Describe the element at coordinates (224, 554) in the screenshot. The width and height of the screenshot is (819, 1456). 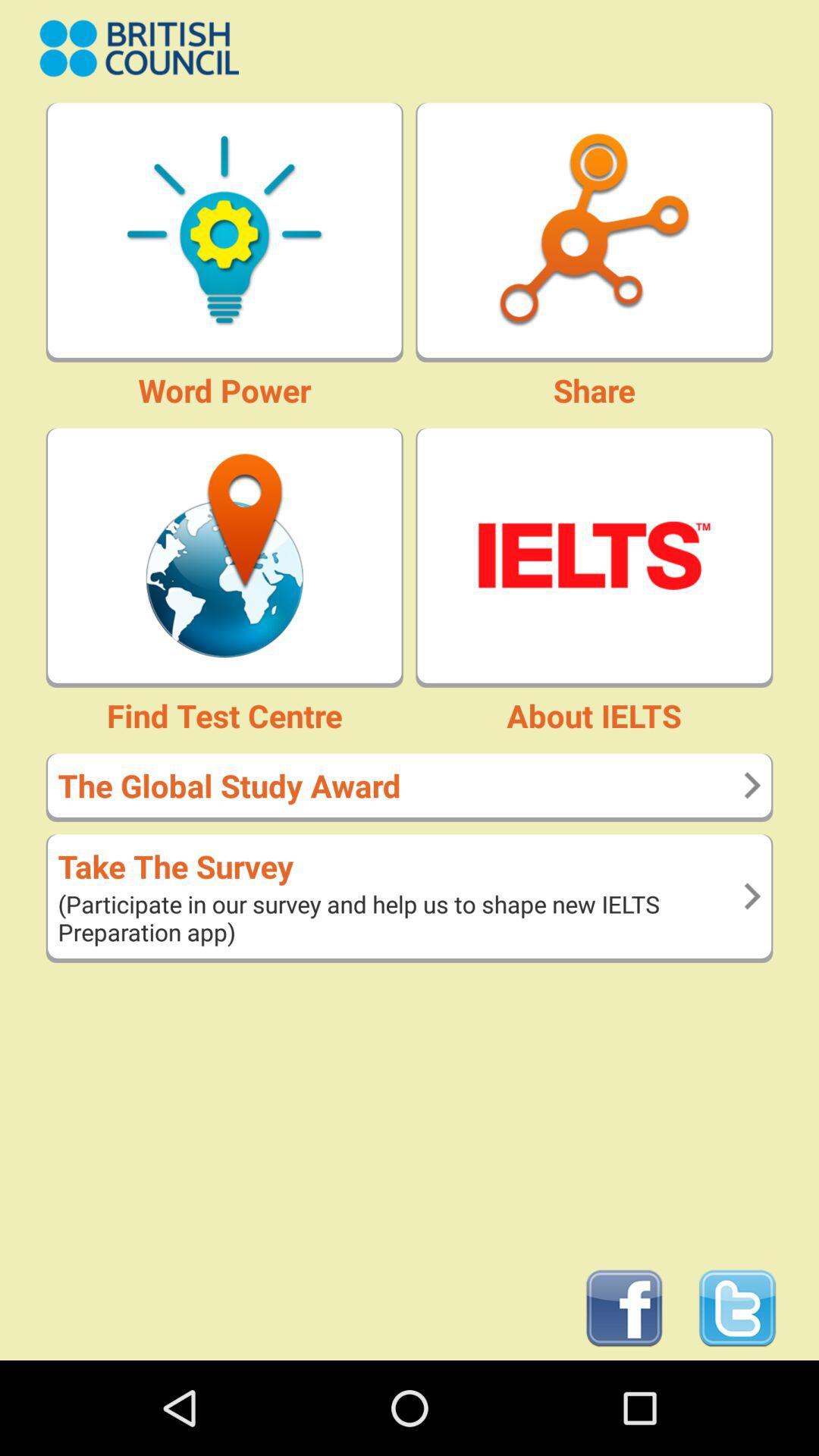
I see `search for test centers` at that location.